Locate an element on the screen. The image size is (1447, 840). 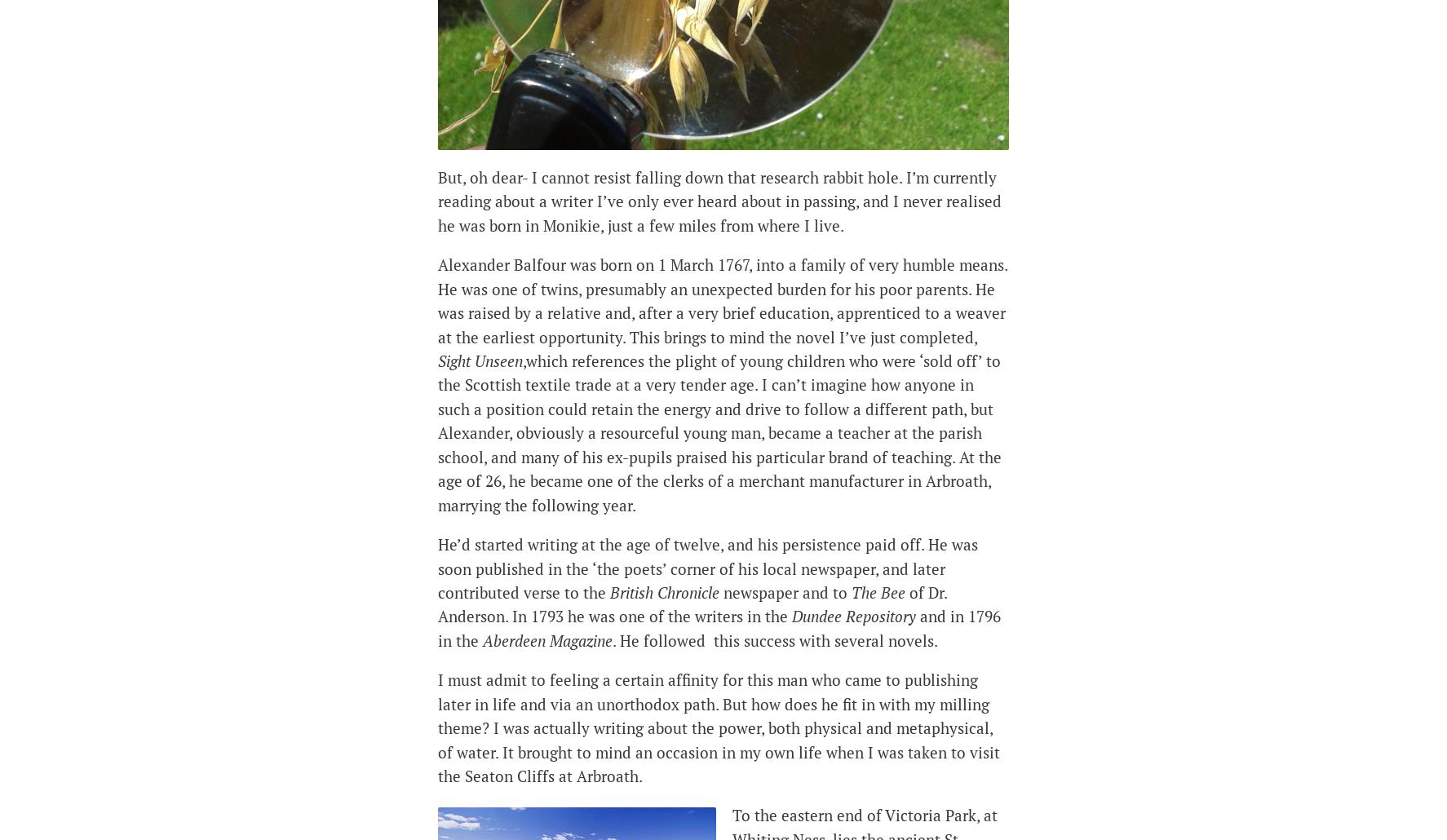
'. He followed  this success with several novels.' is located at coordinates (611, 639).